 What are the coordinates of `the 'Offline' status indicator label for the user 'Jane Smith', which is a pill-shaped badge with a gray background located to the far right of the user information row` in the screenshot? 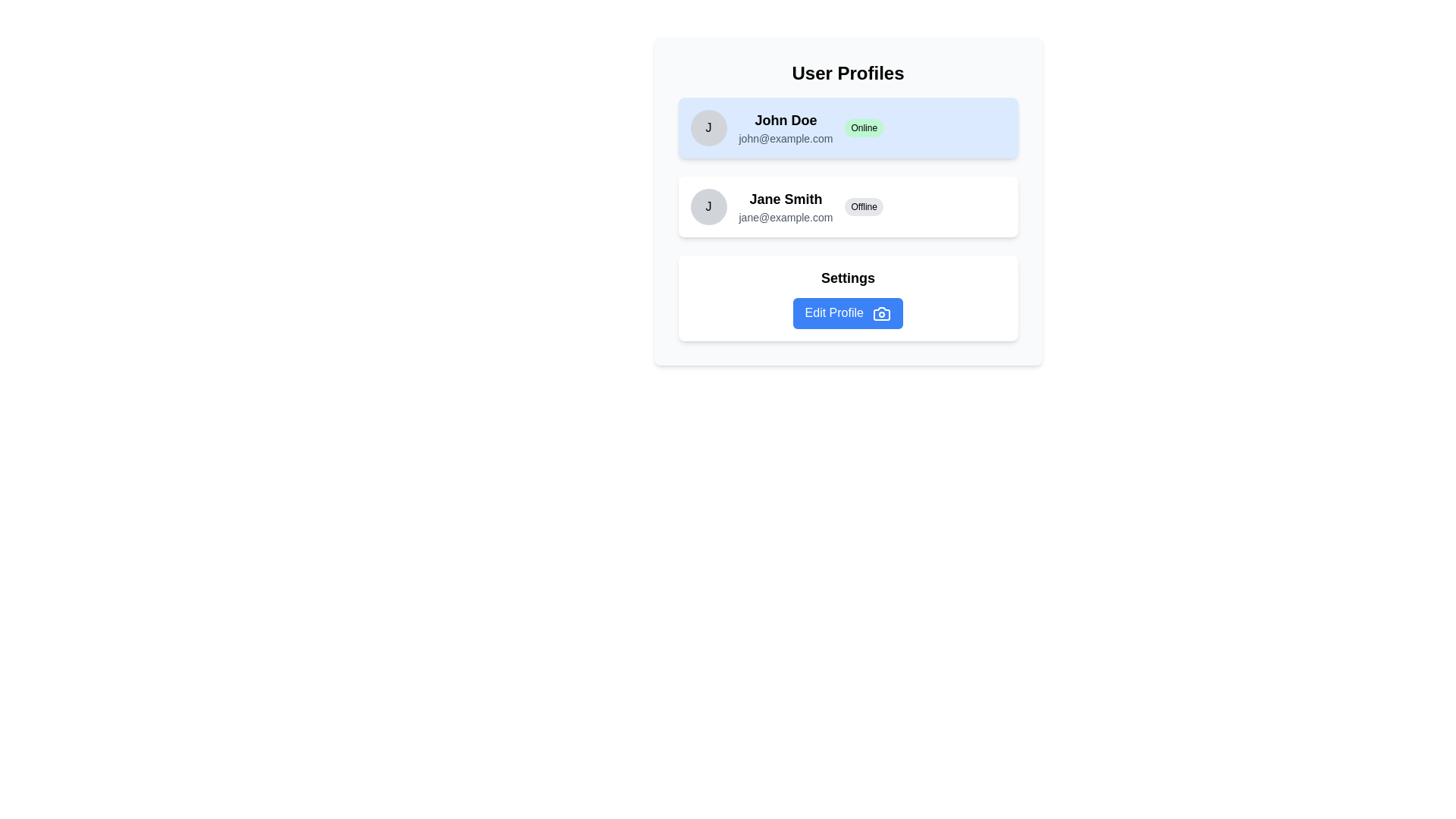 It's located at (864, 207).